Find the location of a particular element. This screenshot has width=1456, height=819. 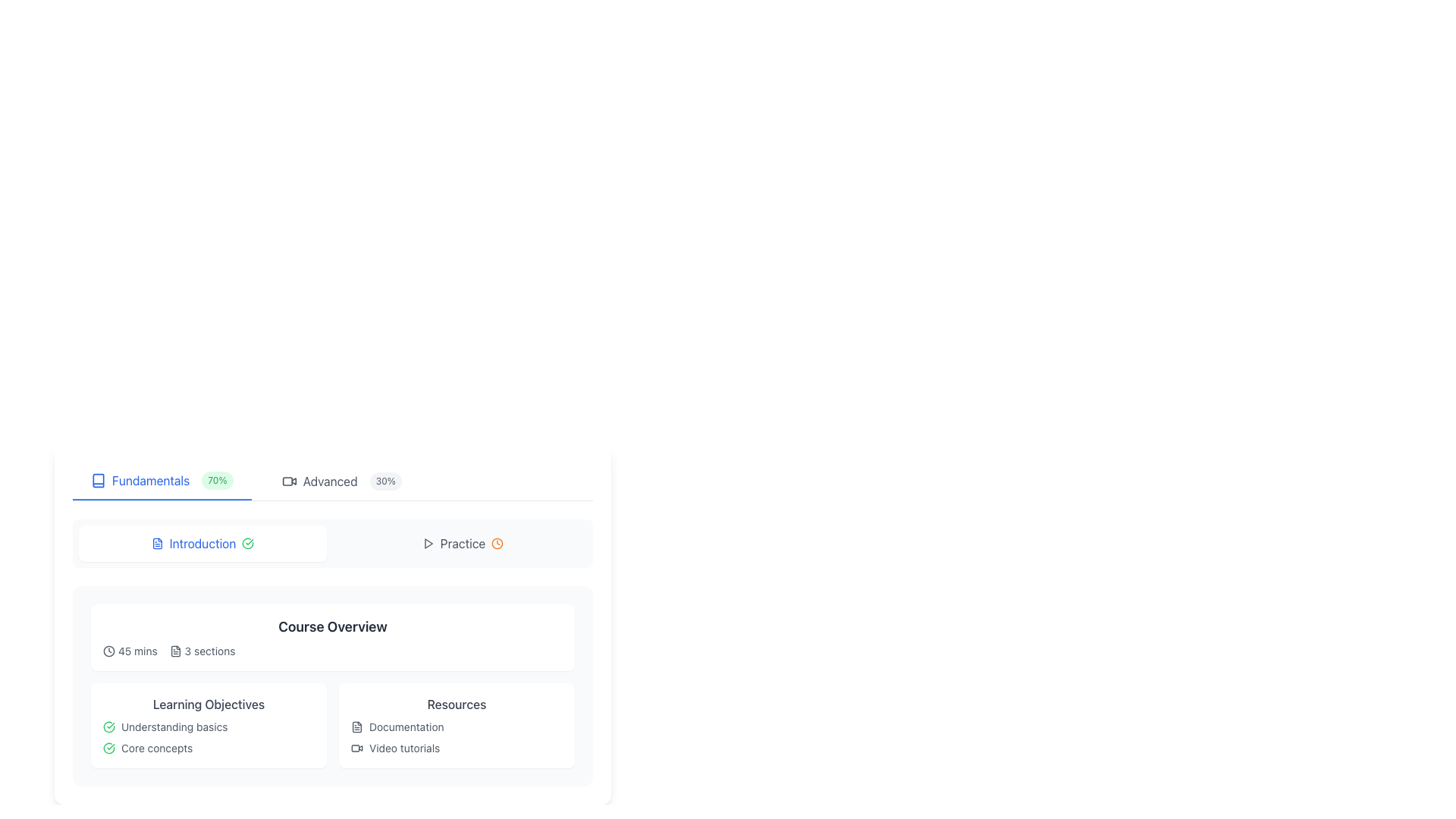

the 'Advanced' button, which is part of a horizontal tab structure is located at coordinates (340, 482).